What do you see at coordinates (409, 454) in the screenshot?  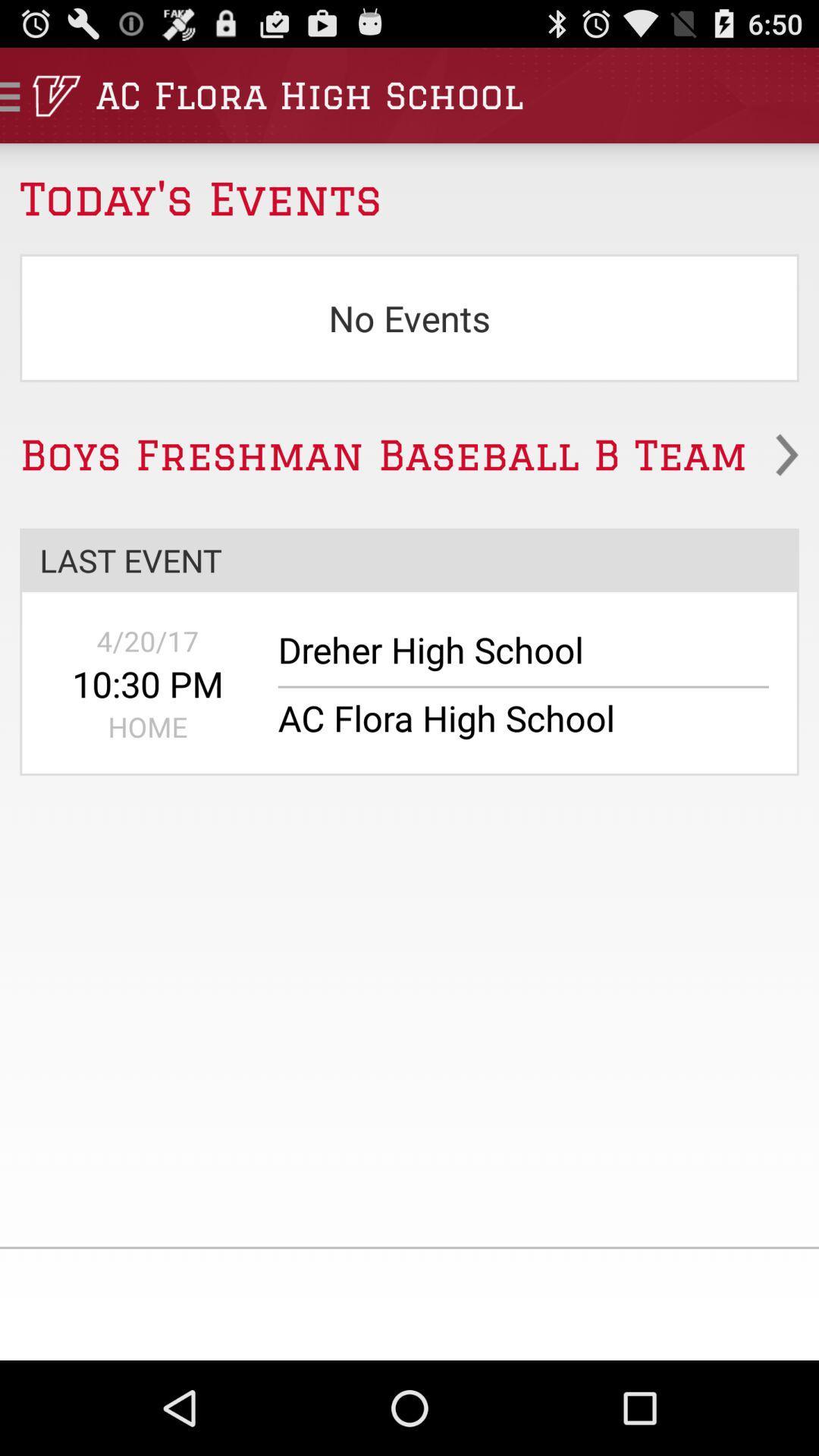 I see `the boys freshman baseball` at bounding box center [409, 454].